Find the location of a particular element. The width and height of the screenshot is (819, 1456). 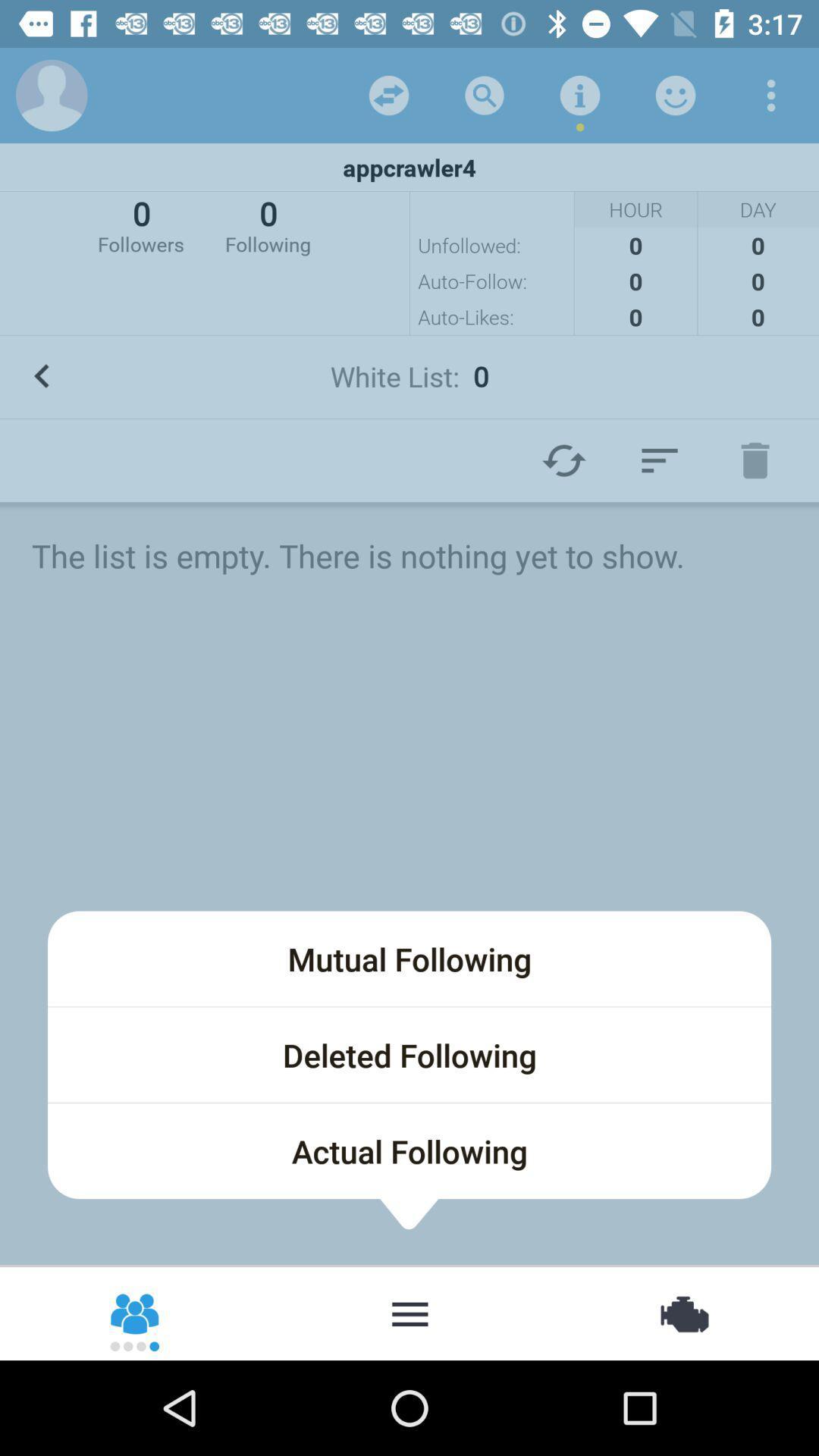

the mutual following is located at coordinates (409, 958).